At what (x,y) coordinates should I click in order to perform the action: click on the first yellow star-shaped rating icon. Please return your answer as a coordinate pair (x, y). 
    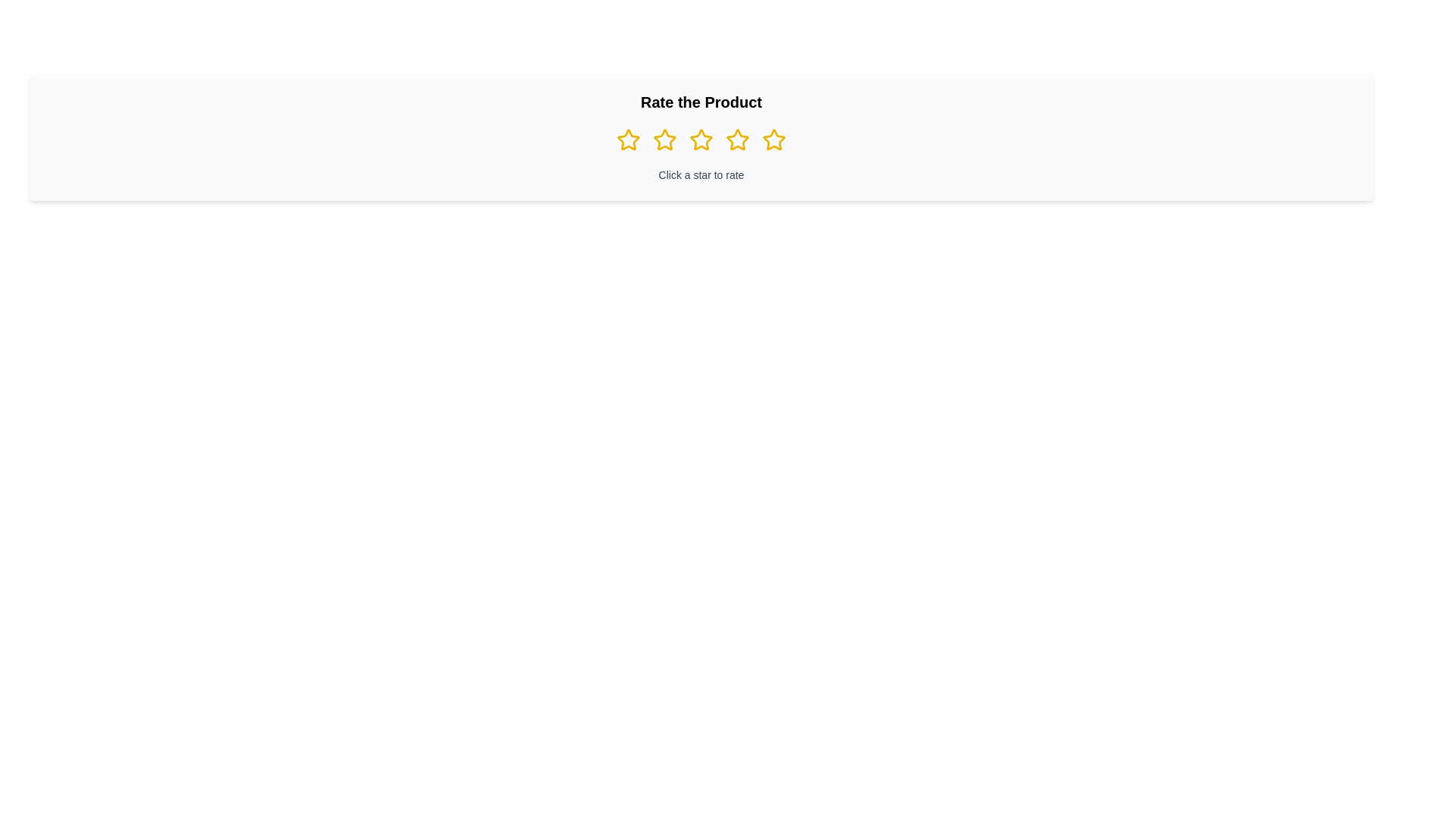
    Looking at the image, I should click on (629, 140).